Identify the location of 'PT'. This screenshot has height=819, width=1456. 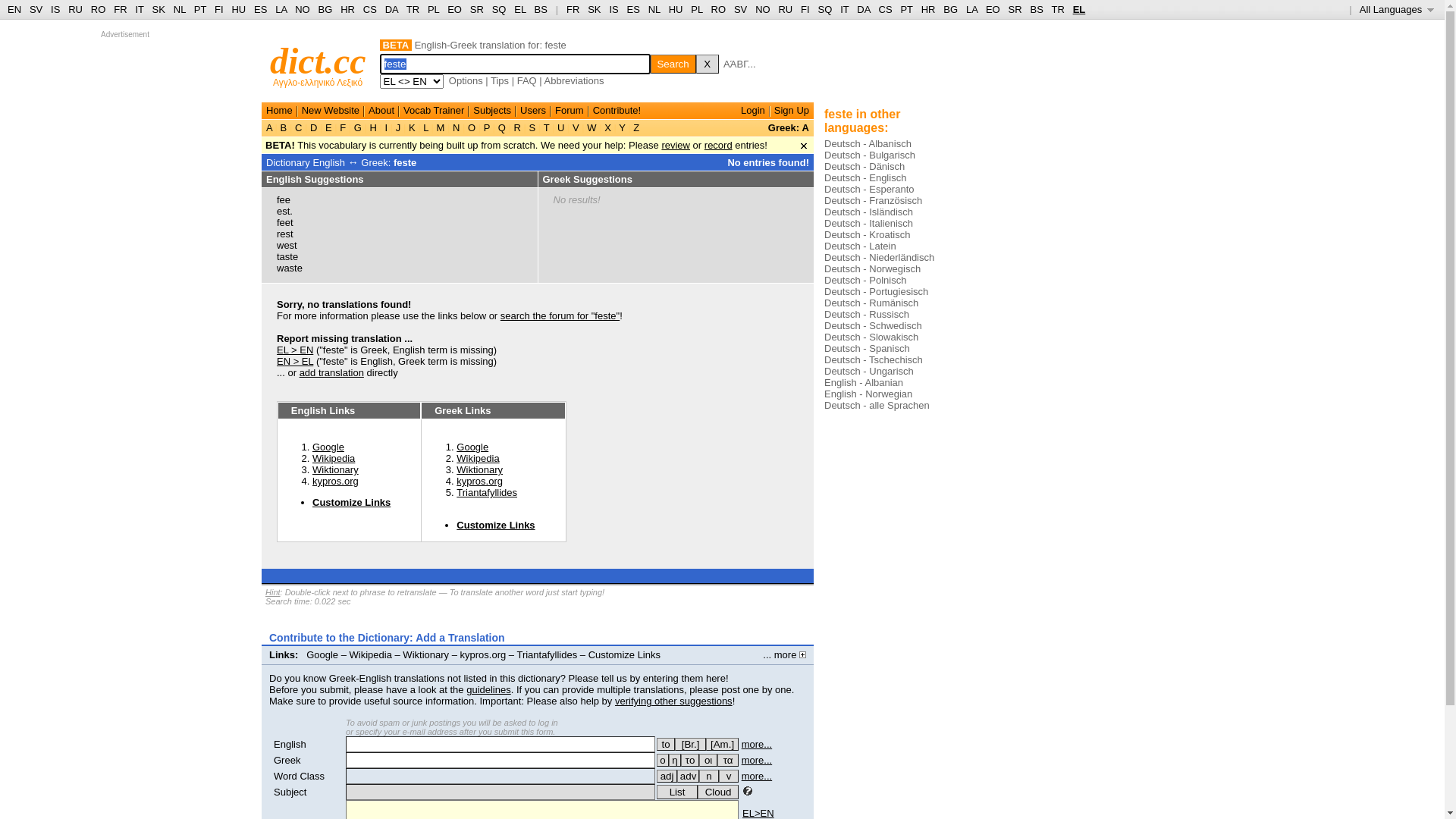
(899, 9).